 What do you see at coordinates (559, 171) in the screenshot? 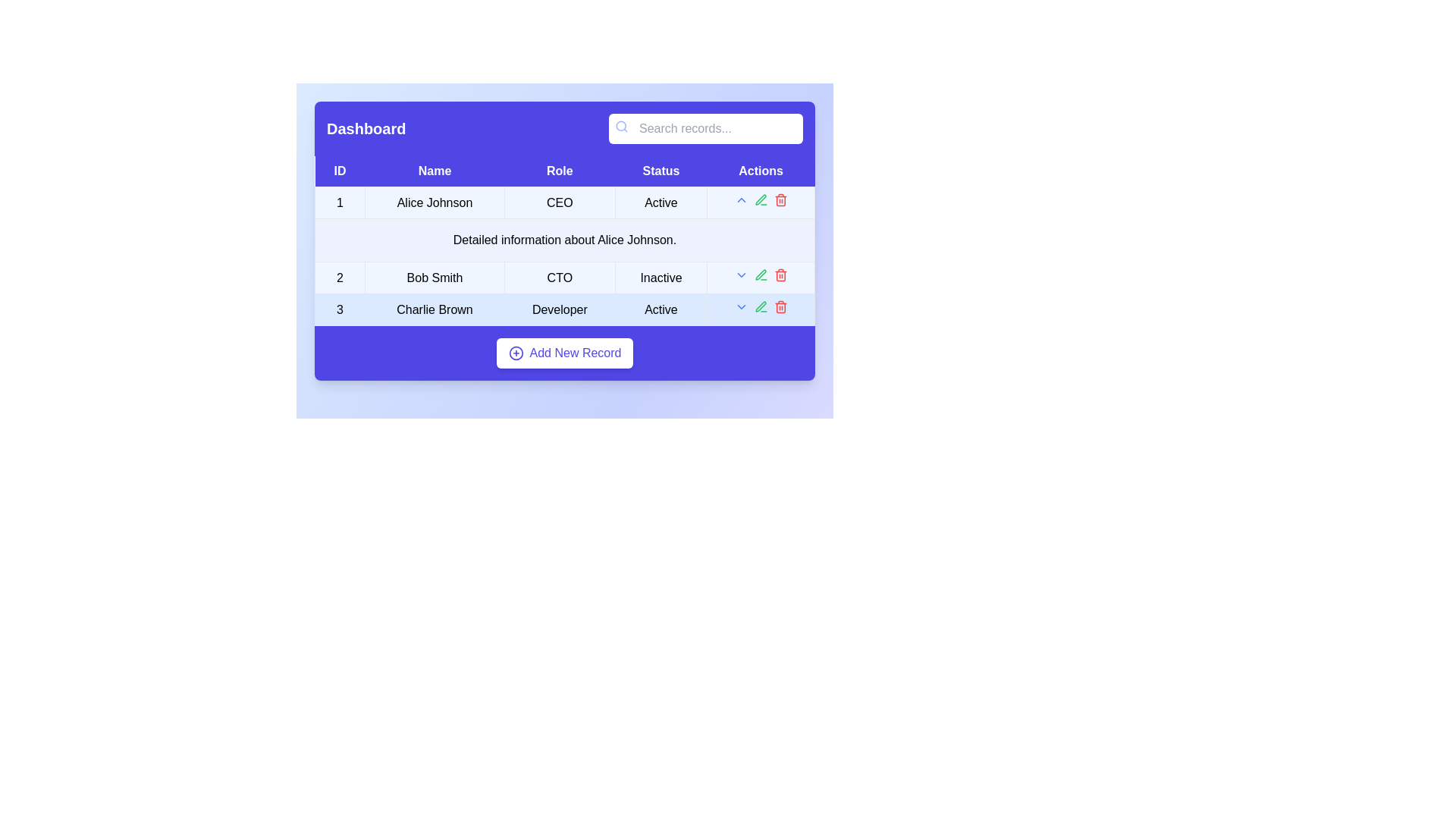
I see `the static text label displaying 'Role', which is located in the third column header of a table between 'Name' and 'Status' headers, featuring white text on a purple background` at bounding box center [559, 171].